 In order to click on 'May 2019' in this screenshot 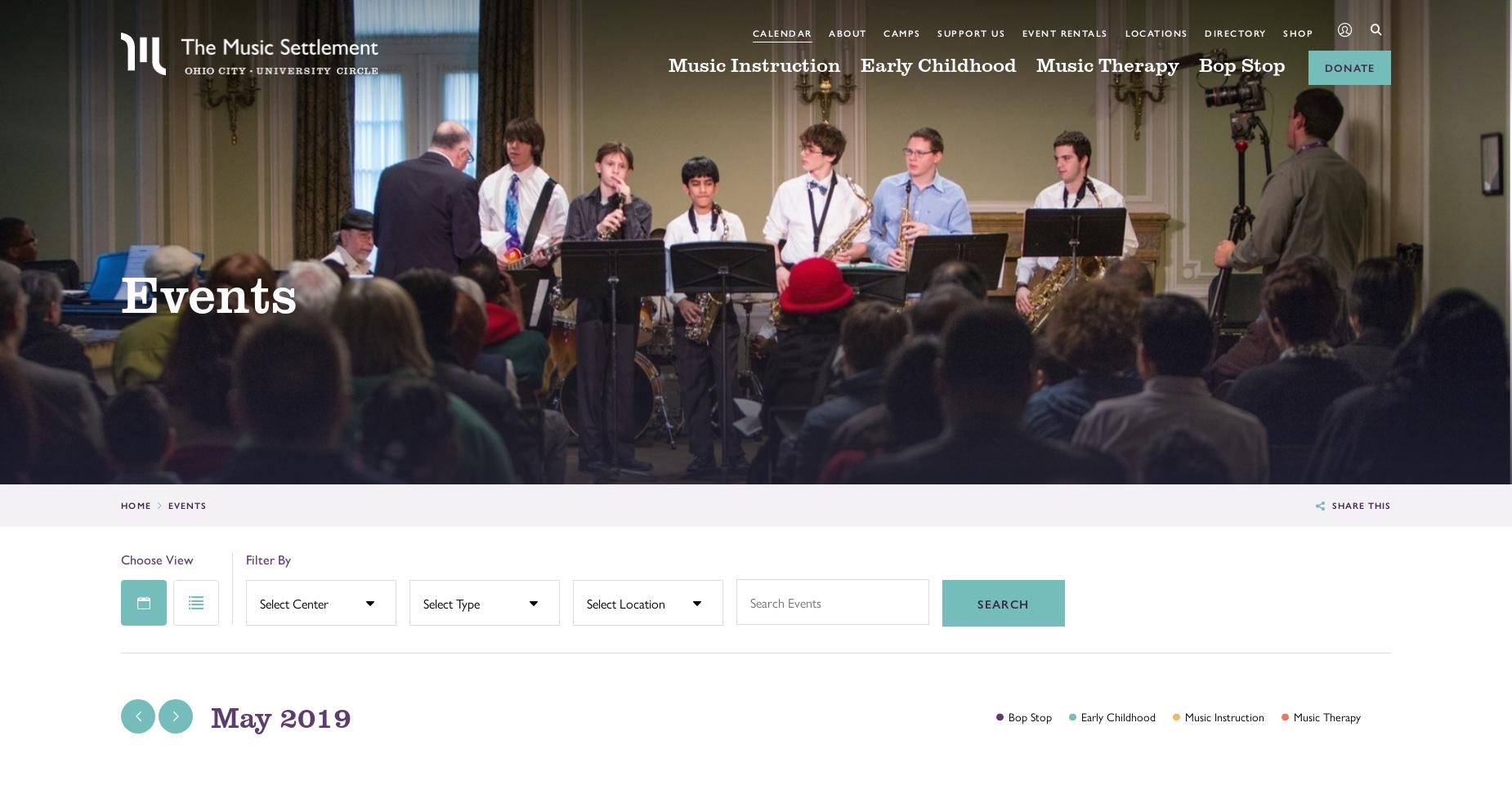, I will do `click(280, 716)`.